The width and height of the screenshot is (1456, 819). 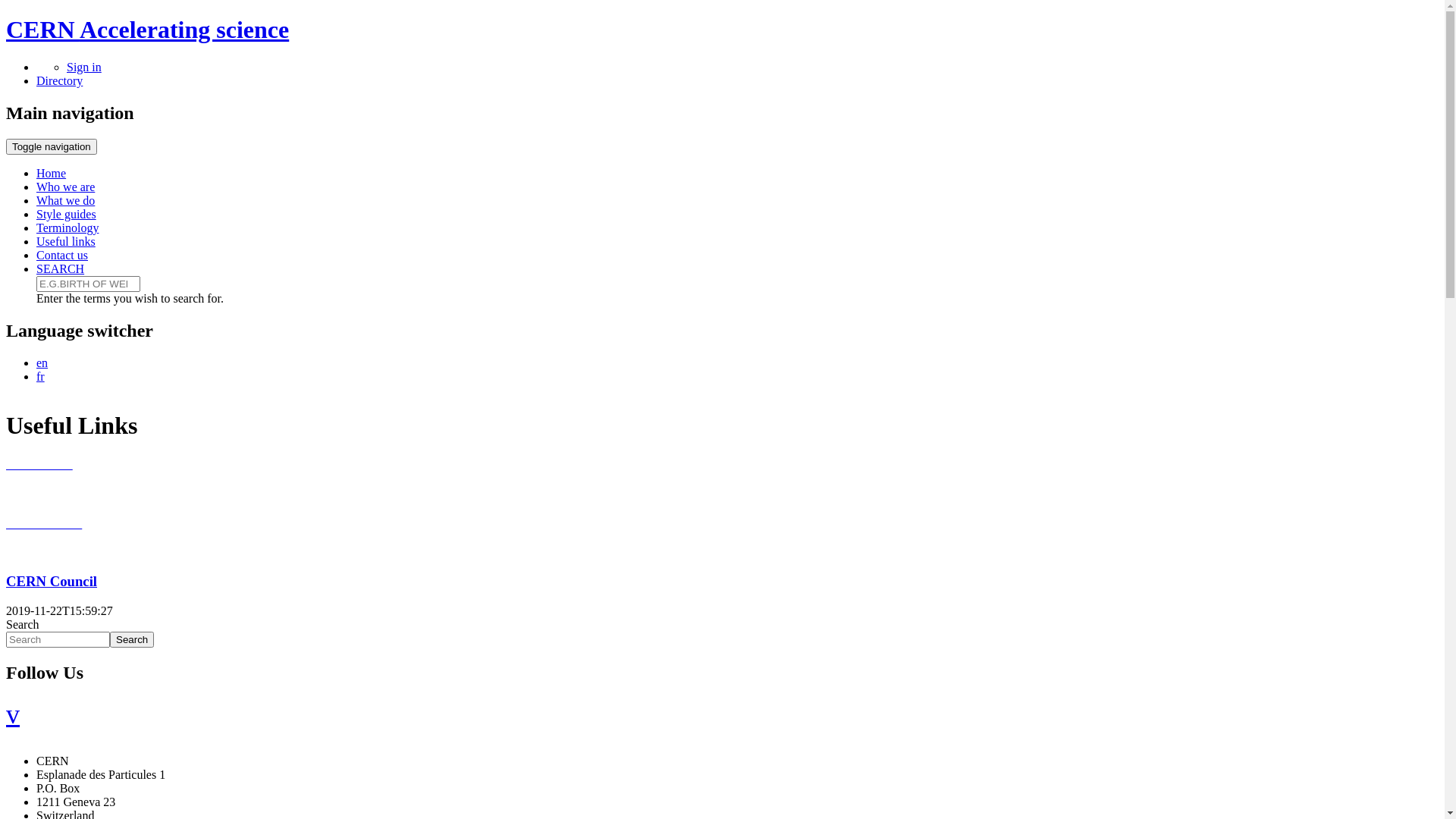 What do you see at coordinates (60, 268) in the screenshot?
I see `'SEARCH'` at bounding box center [60, 268].